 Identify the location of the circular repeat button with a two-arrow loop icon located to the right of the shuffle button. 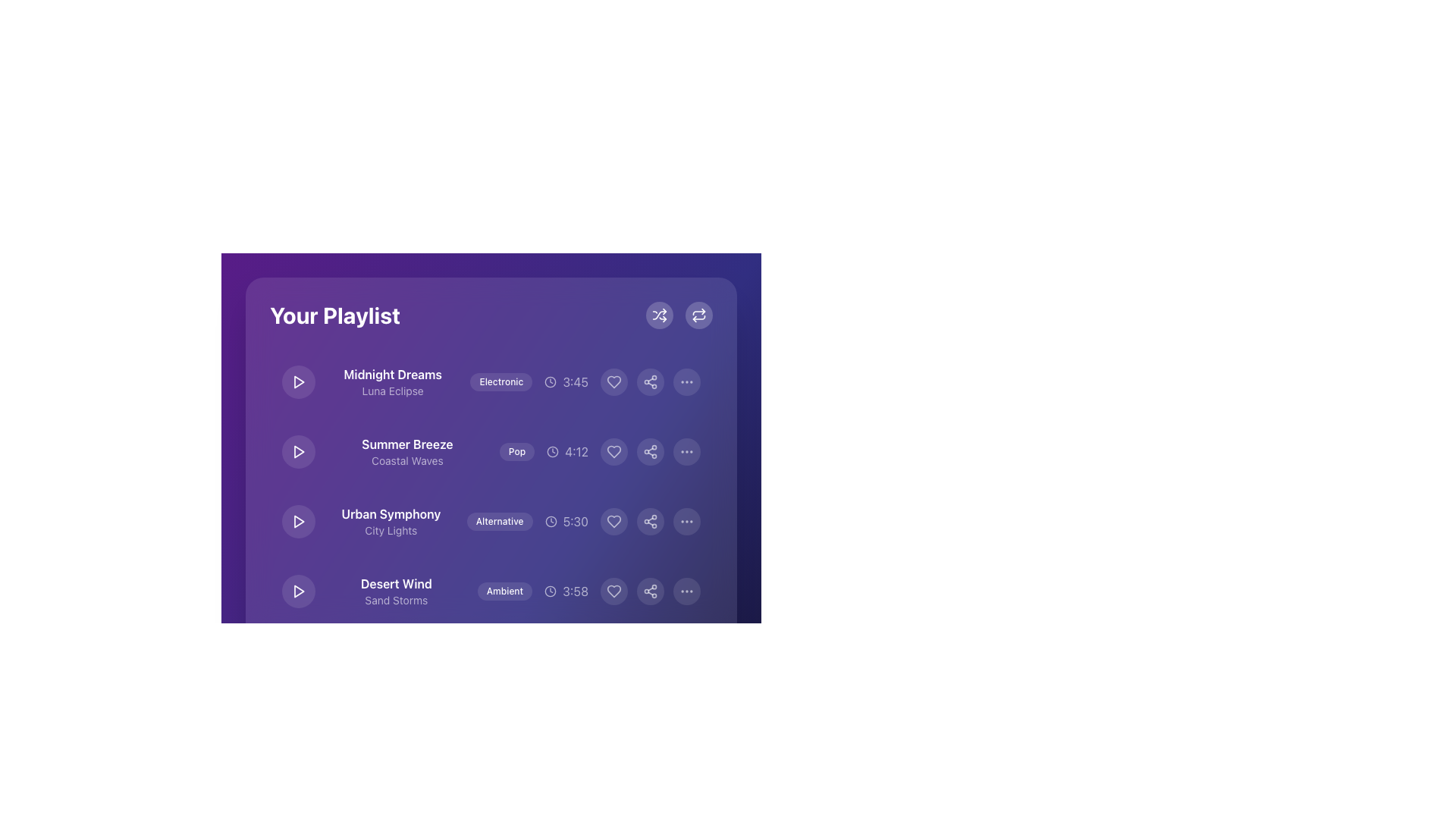
(698, 315).